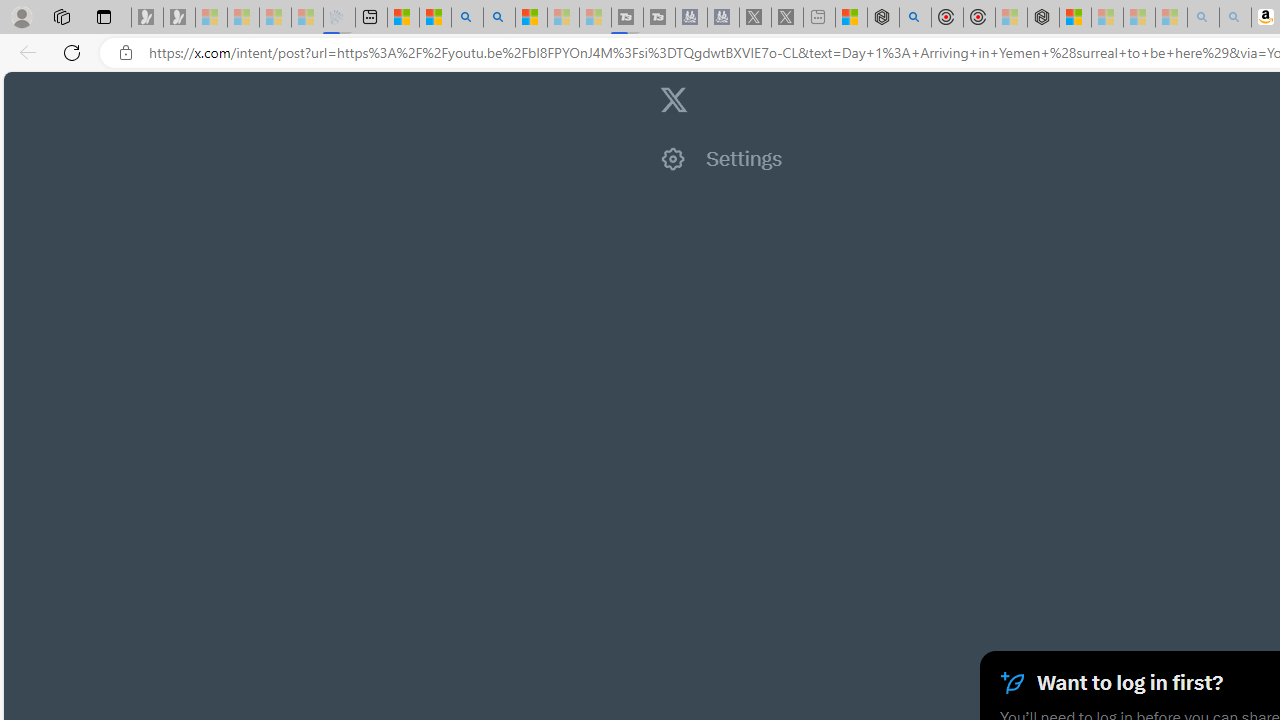 This screenshot has height=720, width=1280. I want to click on 'Amazon Echo Dot PNG - Search Images - Sleeping', so click(1234, 17).